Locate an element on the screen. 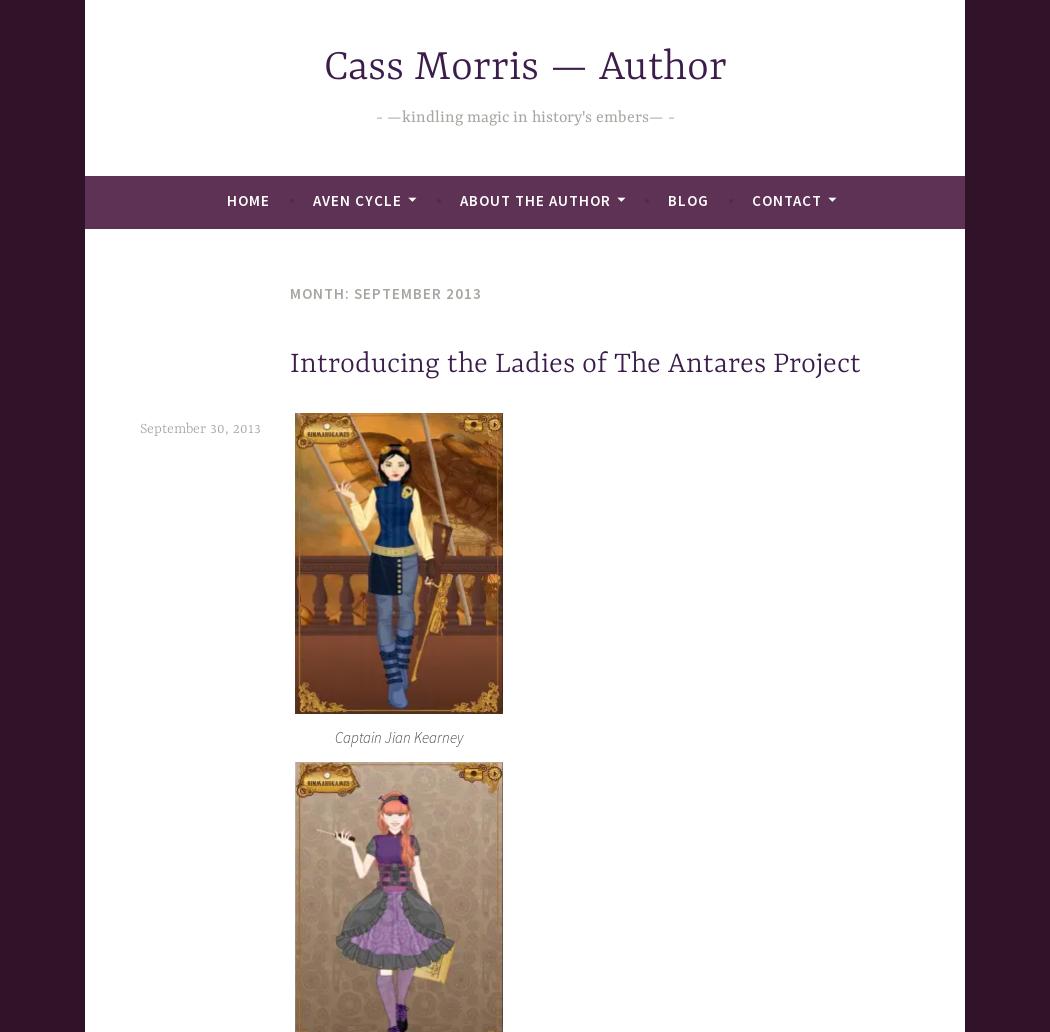 This screenshot has height=1032, width=1050. 'Introducing the Ladies of The Antares Project' is located at coordinates (574, 363).